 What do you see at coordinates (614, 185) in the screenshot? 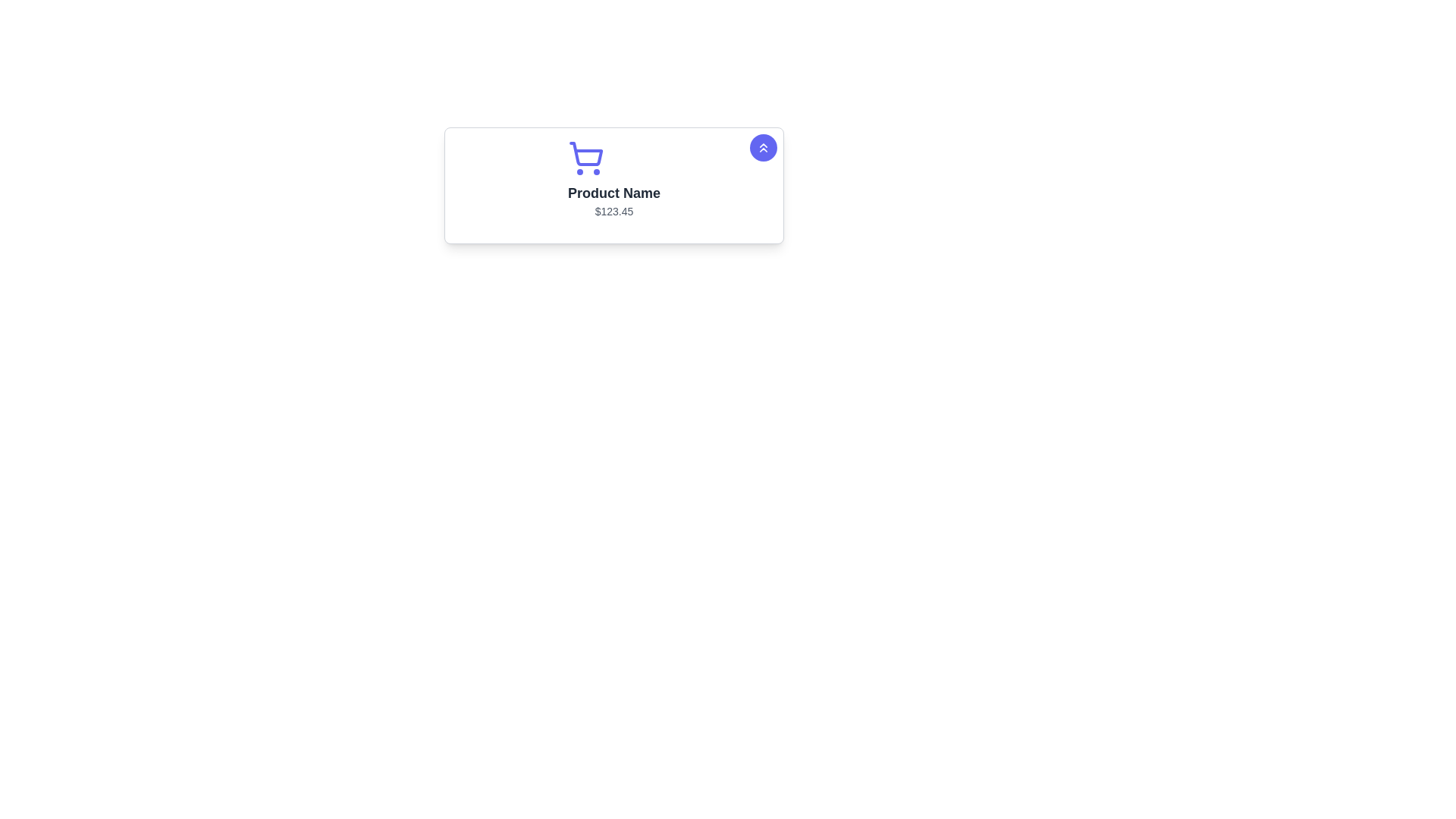
I see `the shopping cart icon in the Information Display Widget that shows the product name 'Product Name' and price '$123.45'` at bounding box center [614, 185].